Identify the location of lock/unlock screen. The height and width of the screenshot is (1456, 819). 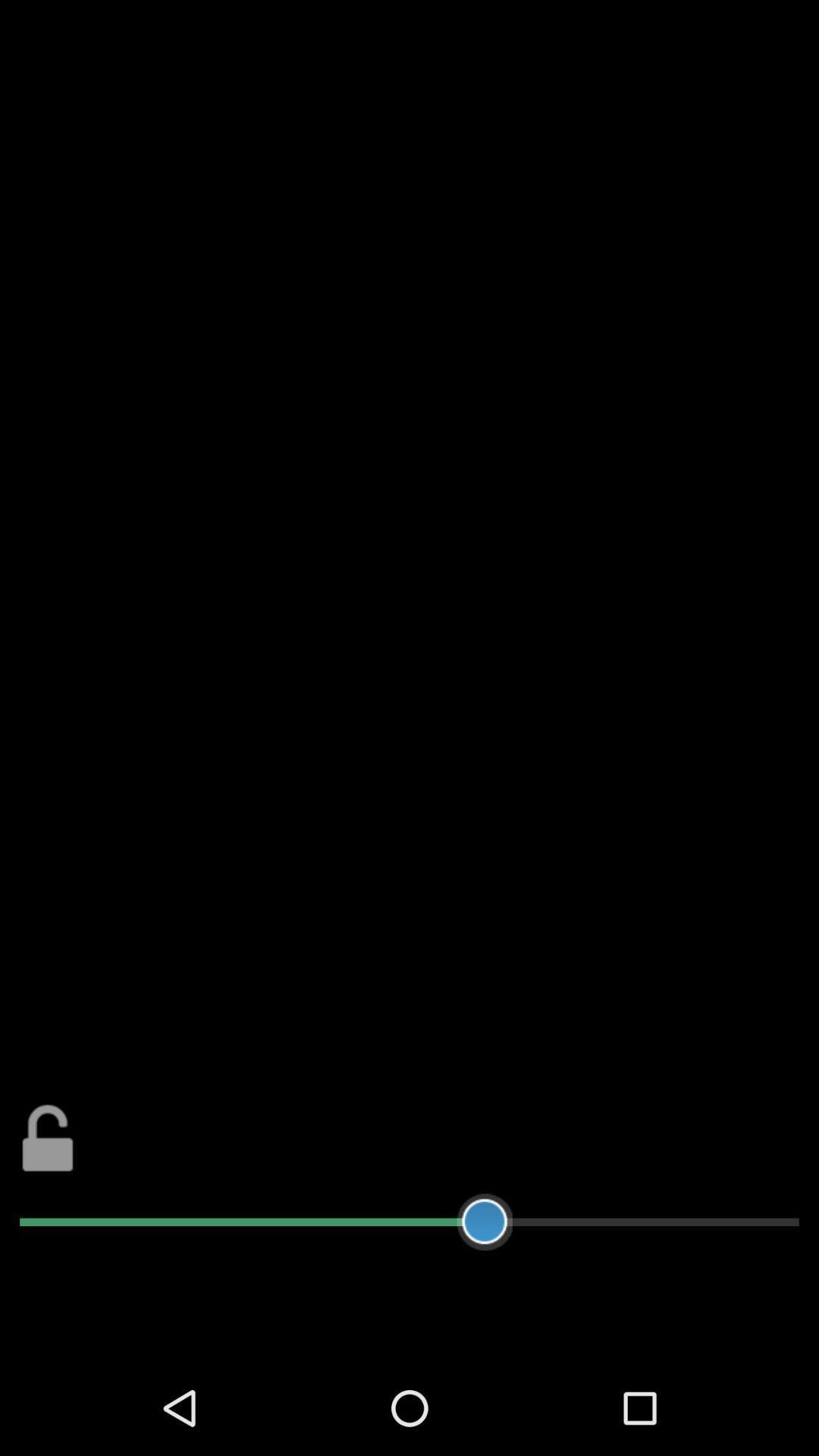
(47, 1137).